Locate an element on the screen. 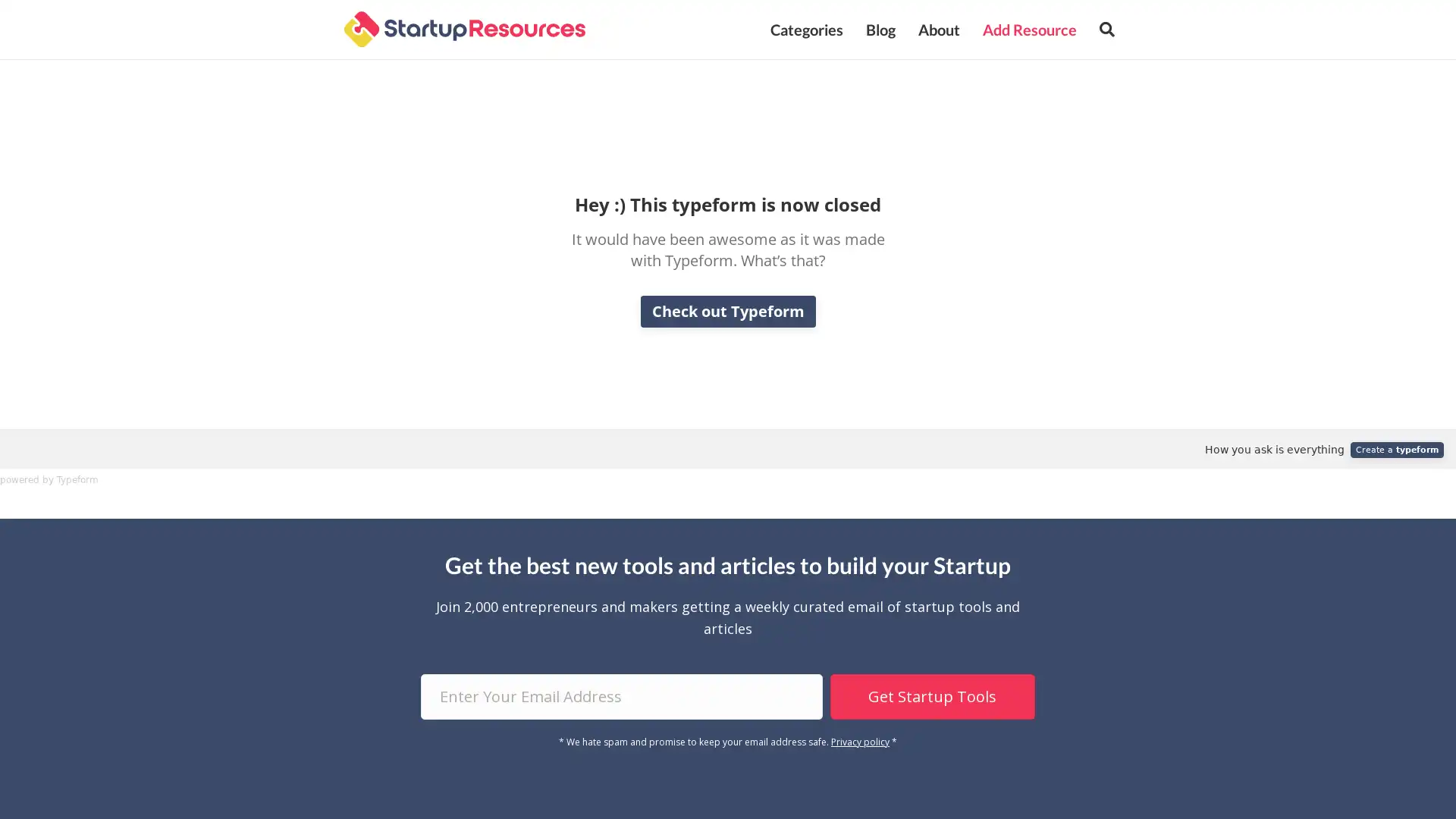  Get Startup Tools is located at coordinates (930, 696).